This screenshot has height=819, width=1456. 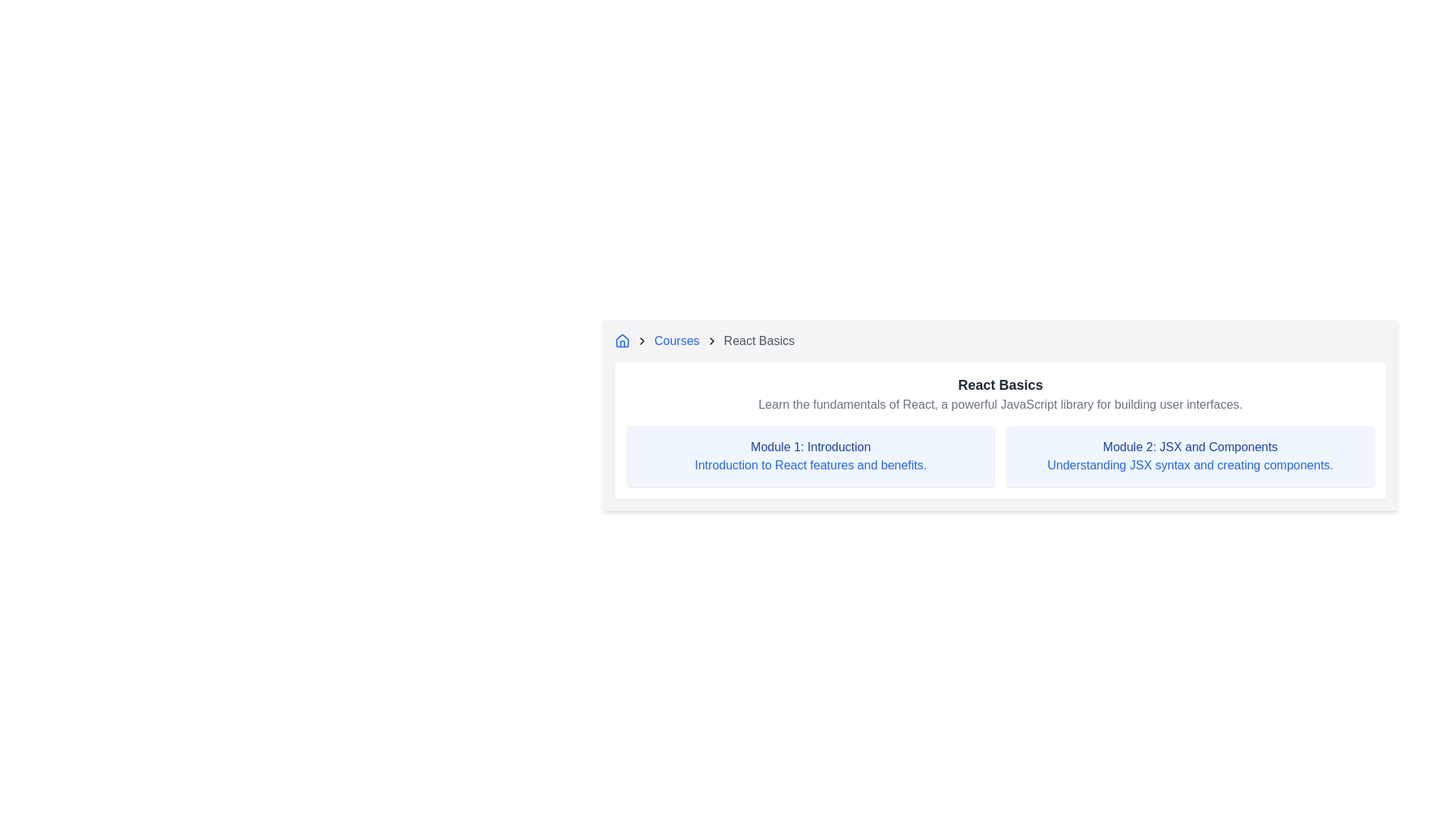 What do you see at coordinates (642, 341) in the screenshot?
I see `the second chevron icon in the breadcrumb navigation bar, located between the home icon and the 'Courses' text link` at bounding box center [642, 341].